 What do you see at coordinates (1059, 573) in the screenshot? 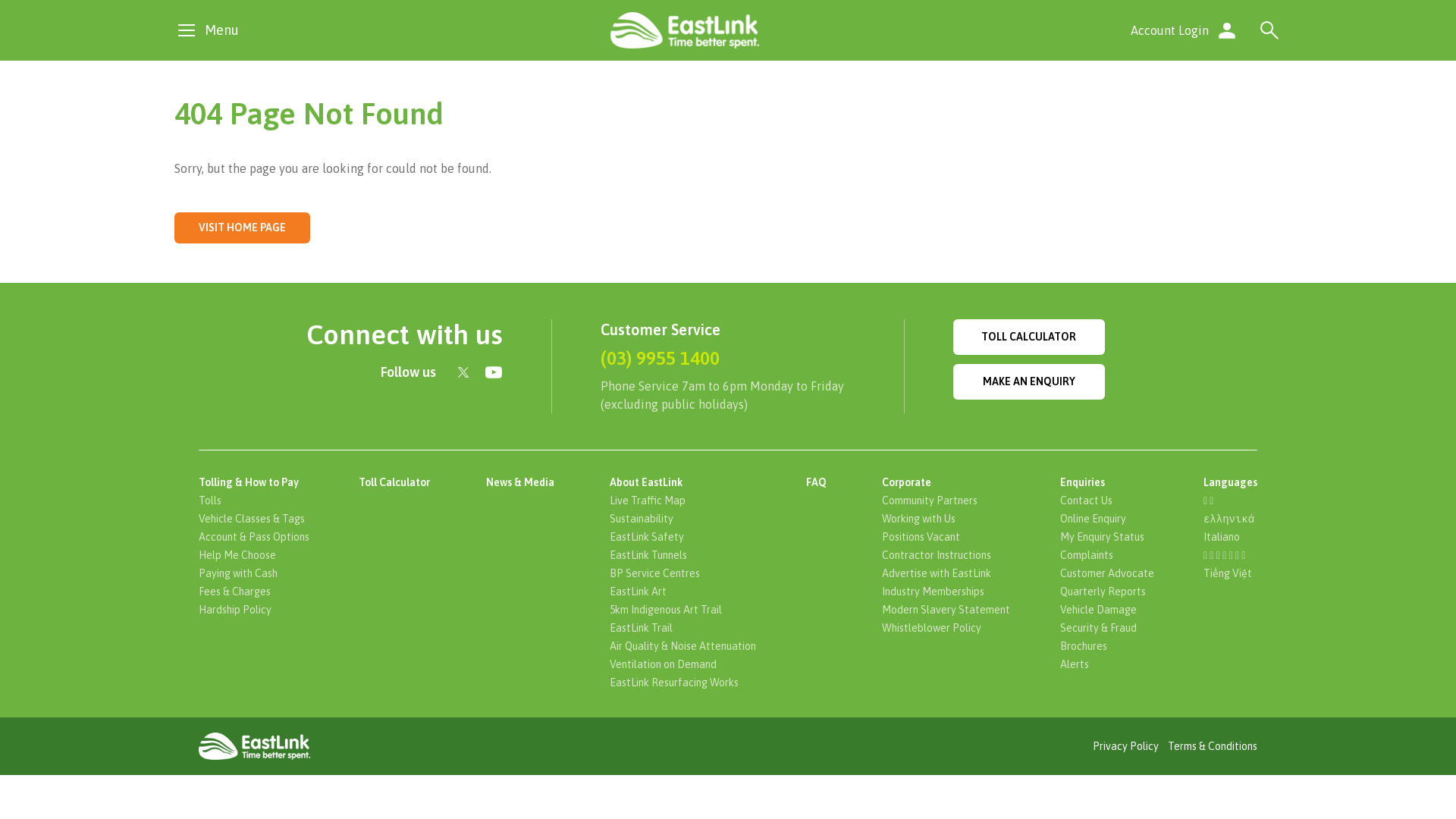
I see `'Customer Advocate'` at bounding box center [1059, 573].